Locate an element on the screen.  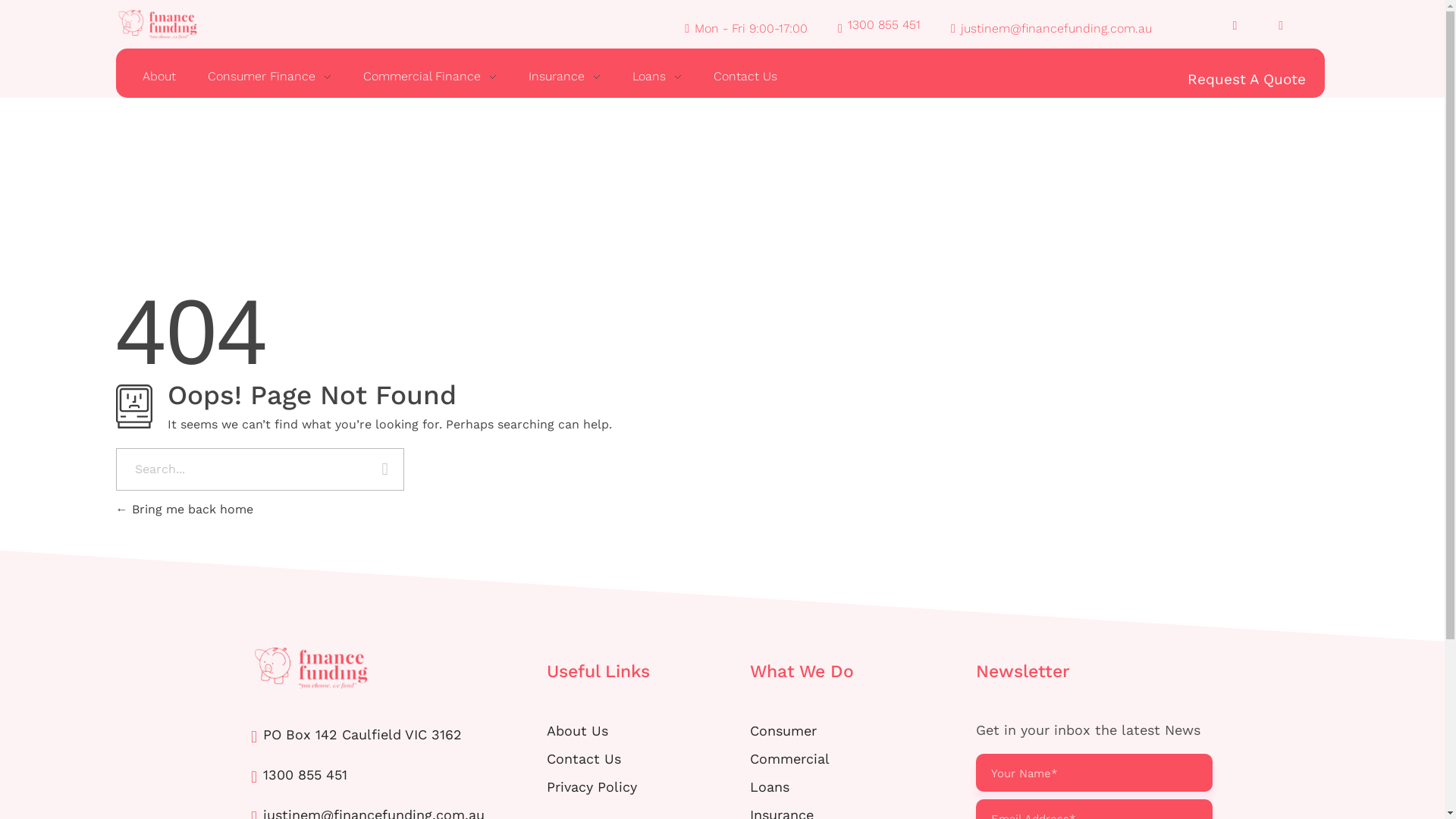
'Consumer' is located at coordinates (783, 730).